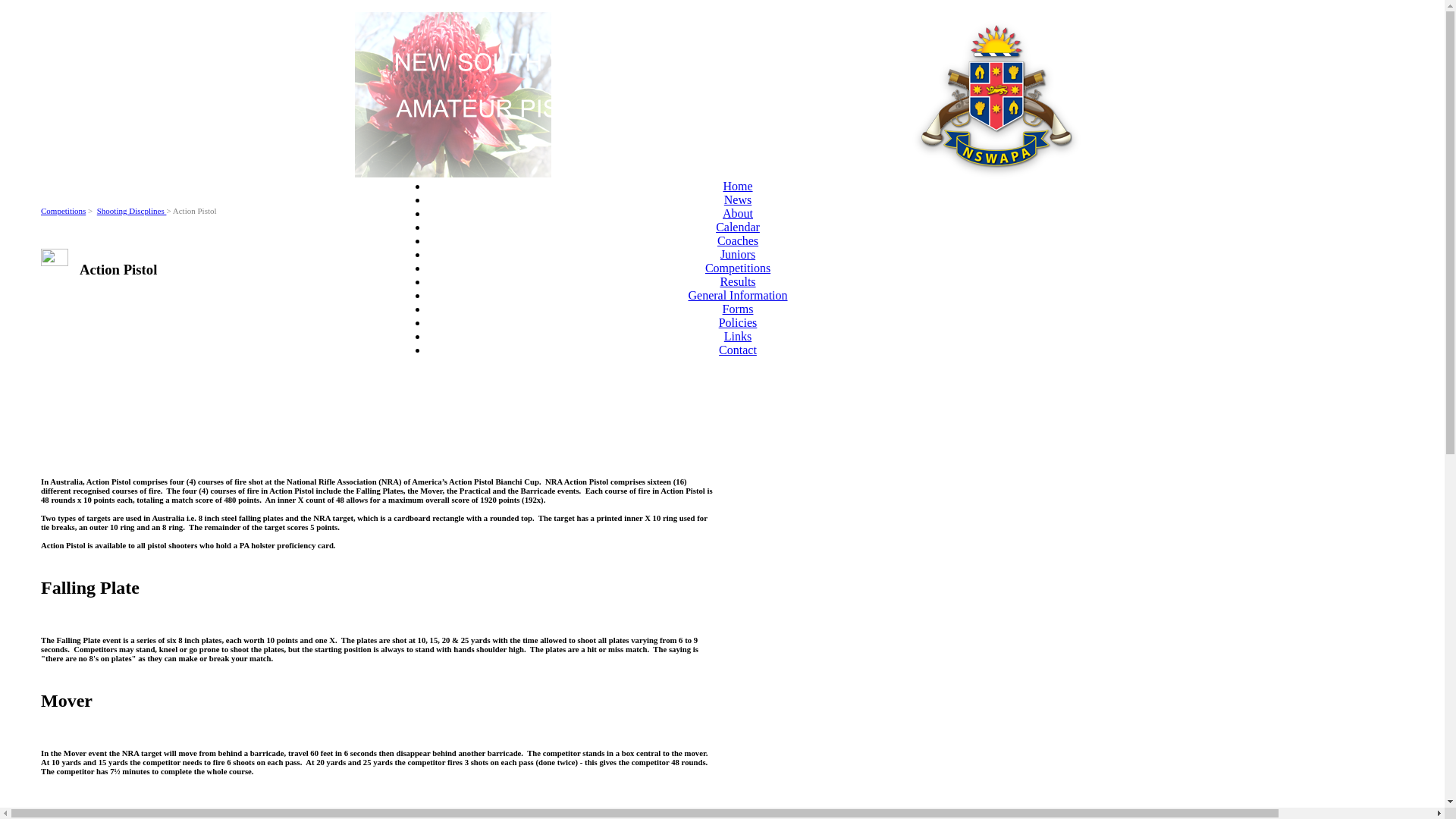 The image size is (1456, 819). What do you see at coordinates (737, 185) in the screenshot?
I see `'Home'` at bounding box center [737, 185].